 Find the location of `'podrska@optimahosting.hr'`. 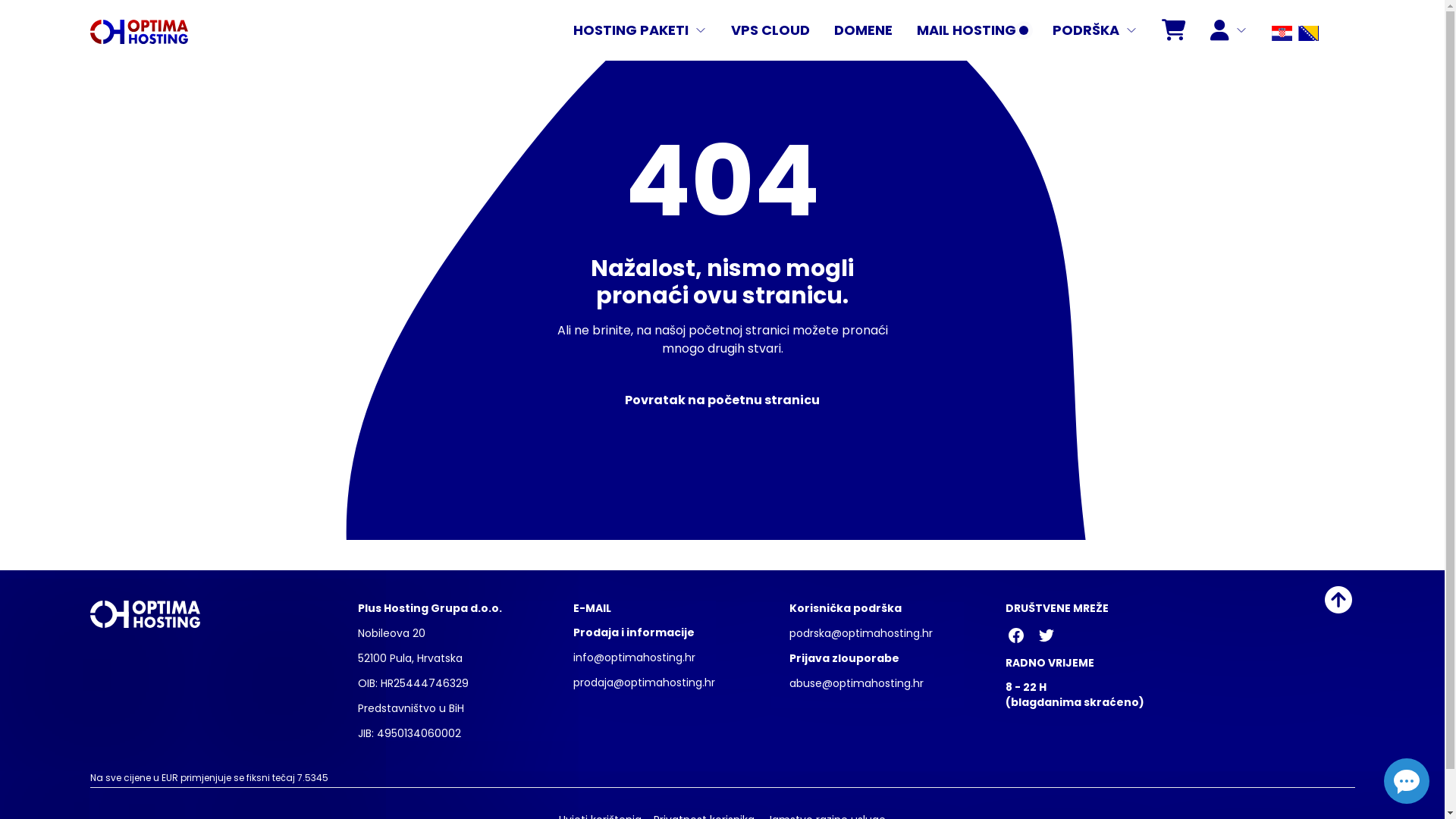

'podrska@optimahosting.hr' is located at coordinates (861, 632).